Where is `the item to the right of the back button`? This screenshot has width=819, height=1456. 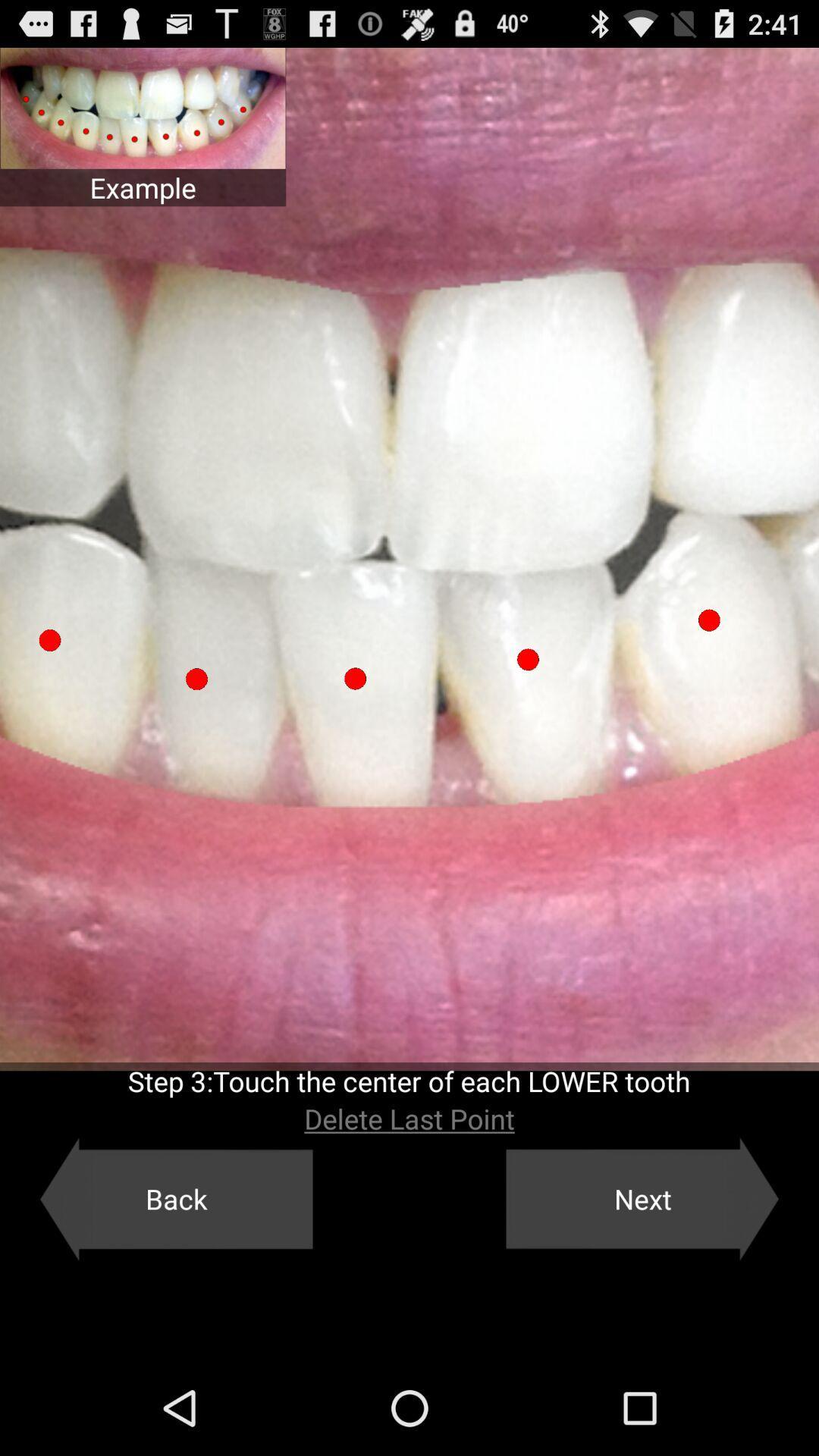 the item to the right of the back button is located at coordinates (642, 1198).